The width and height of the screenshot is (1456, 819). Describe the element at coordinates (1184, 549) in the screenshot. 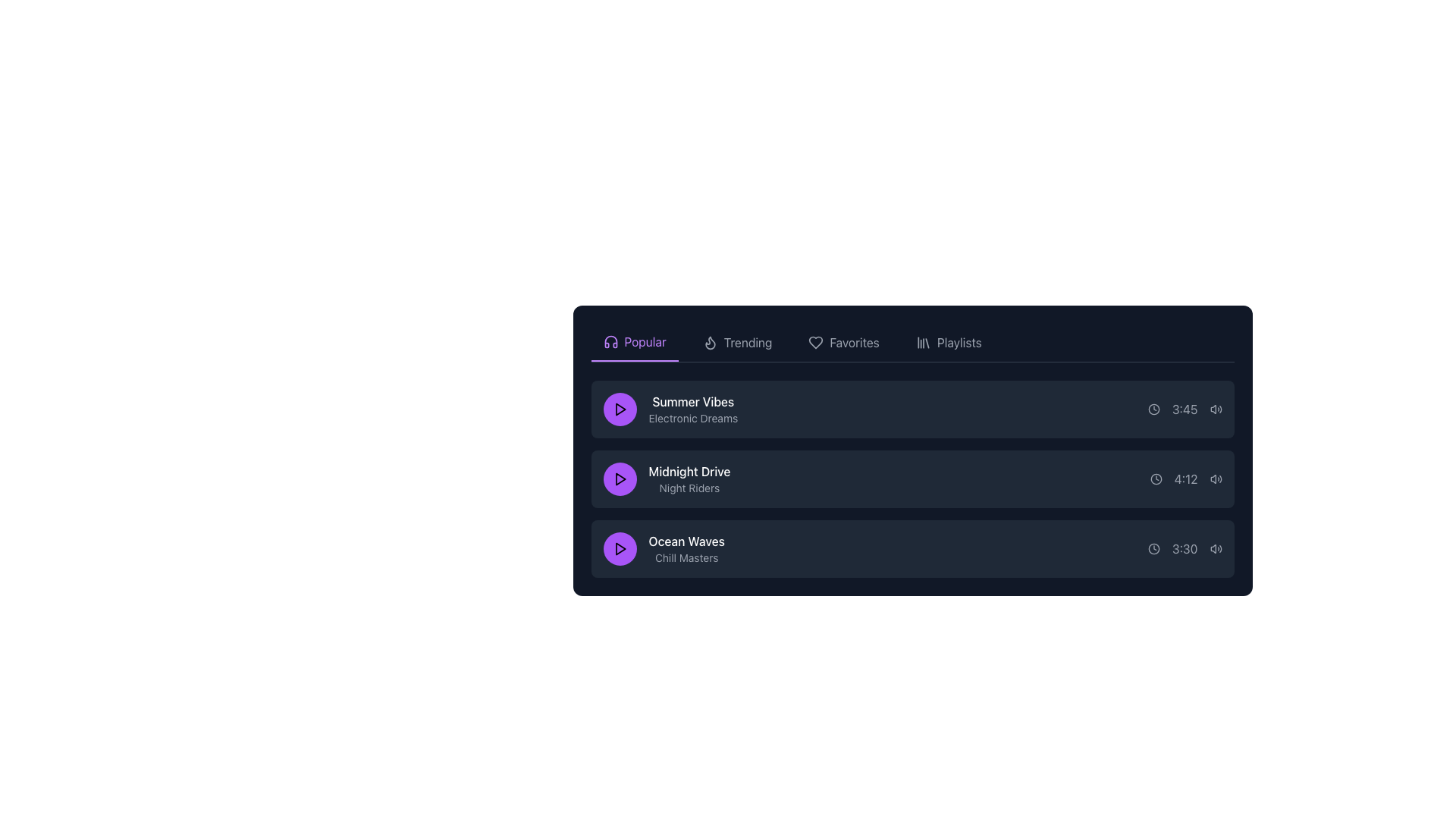

I see `the small gray clock icon and the text '3:30' located on the far right side of the third track item in the vertical playlist under the 'Popular' tab in the top navigation bar` at that location.